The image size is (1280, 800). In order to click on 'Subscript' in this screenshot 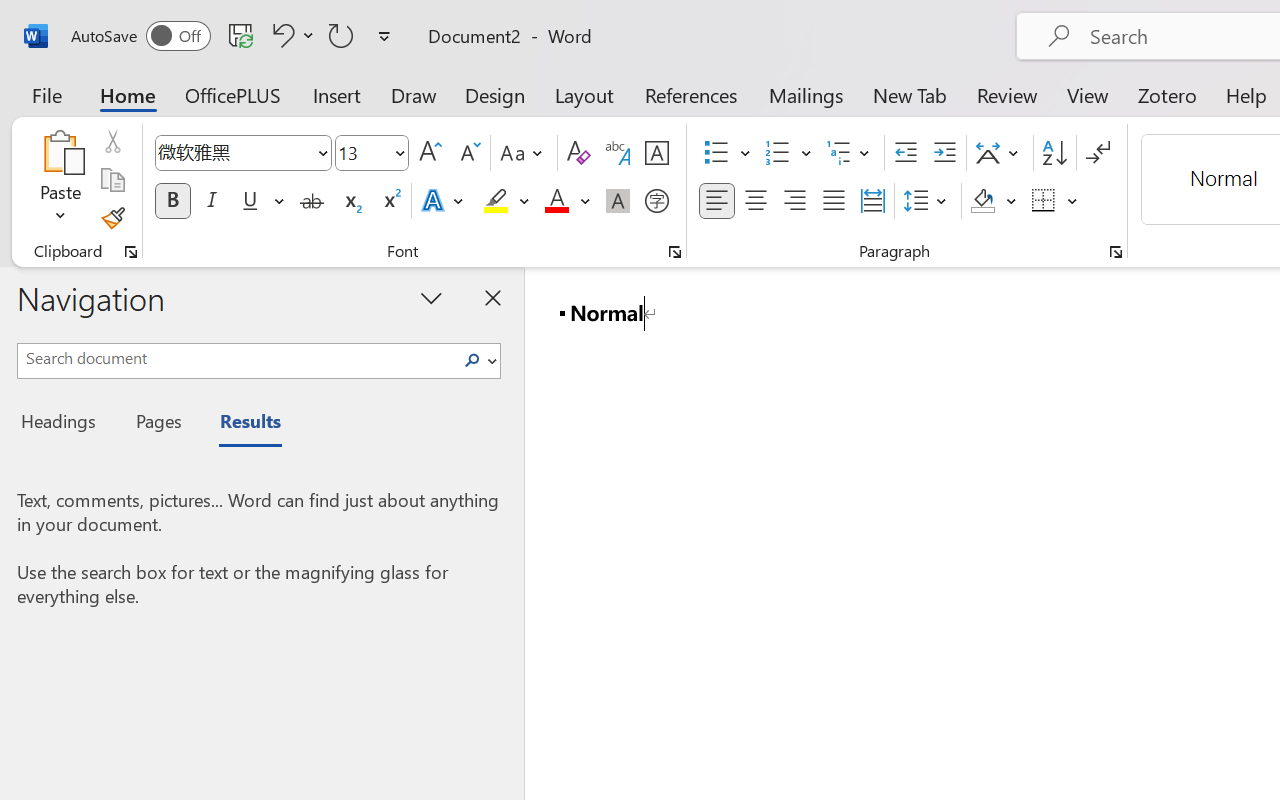, I will do `click(350, 201)`.